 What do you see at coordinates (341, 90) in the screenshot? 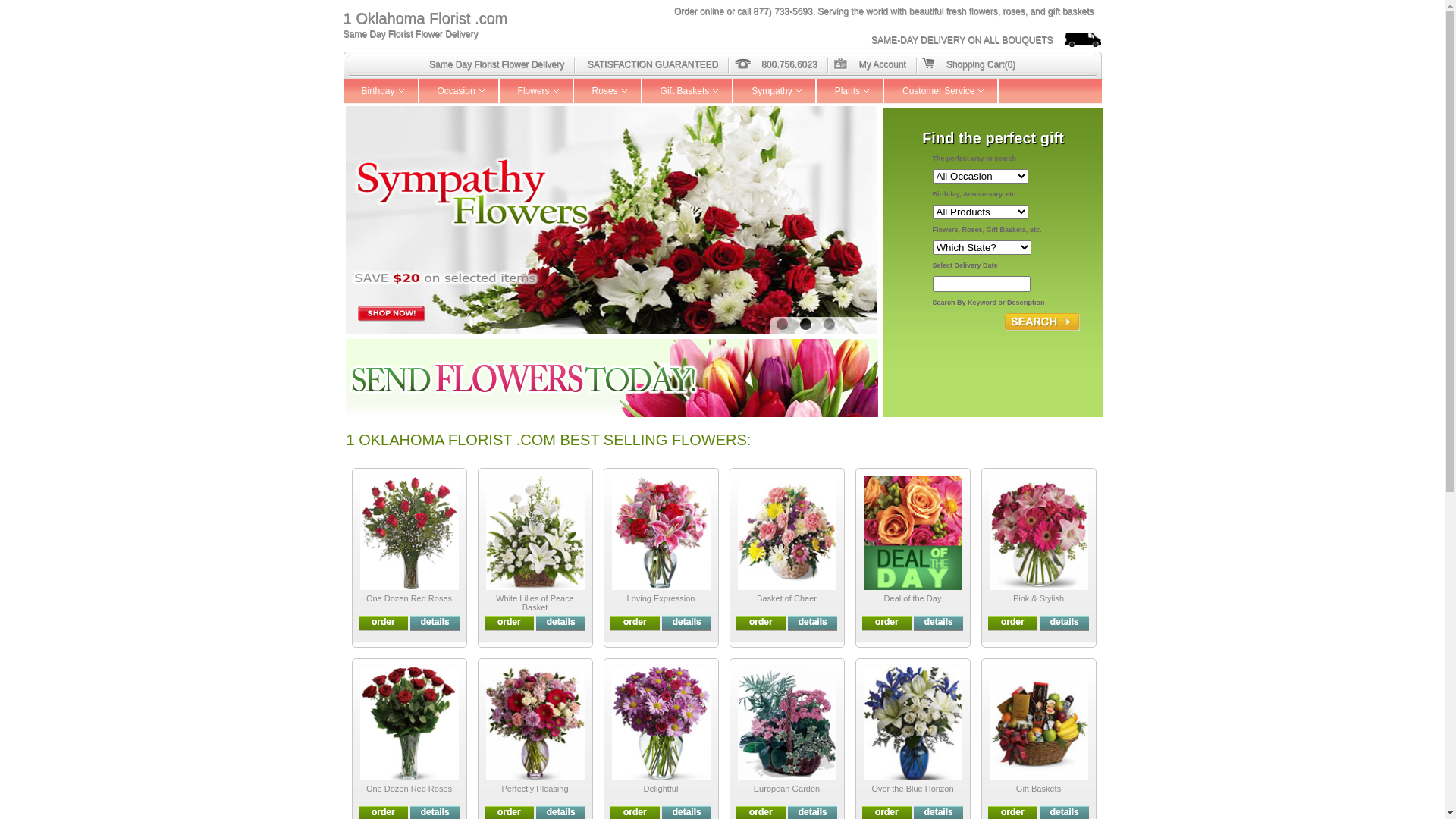
I see `'Birthday'` at bounding box center [341, 90].